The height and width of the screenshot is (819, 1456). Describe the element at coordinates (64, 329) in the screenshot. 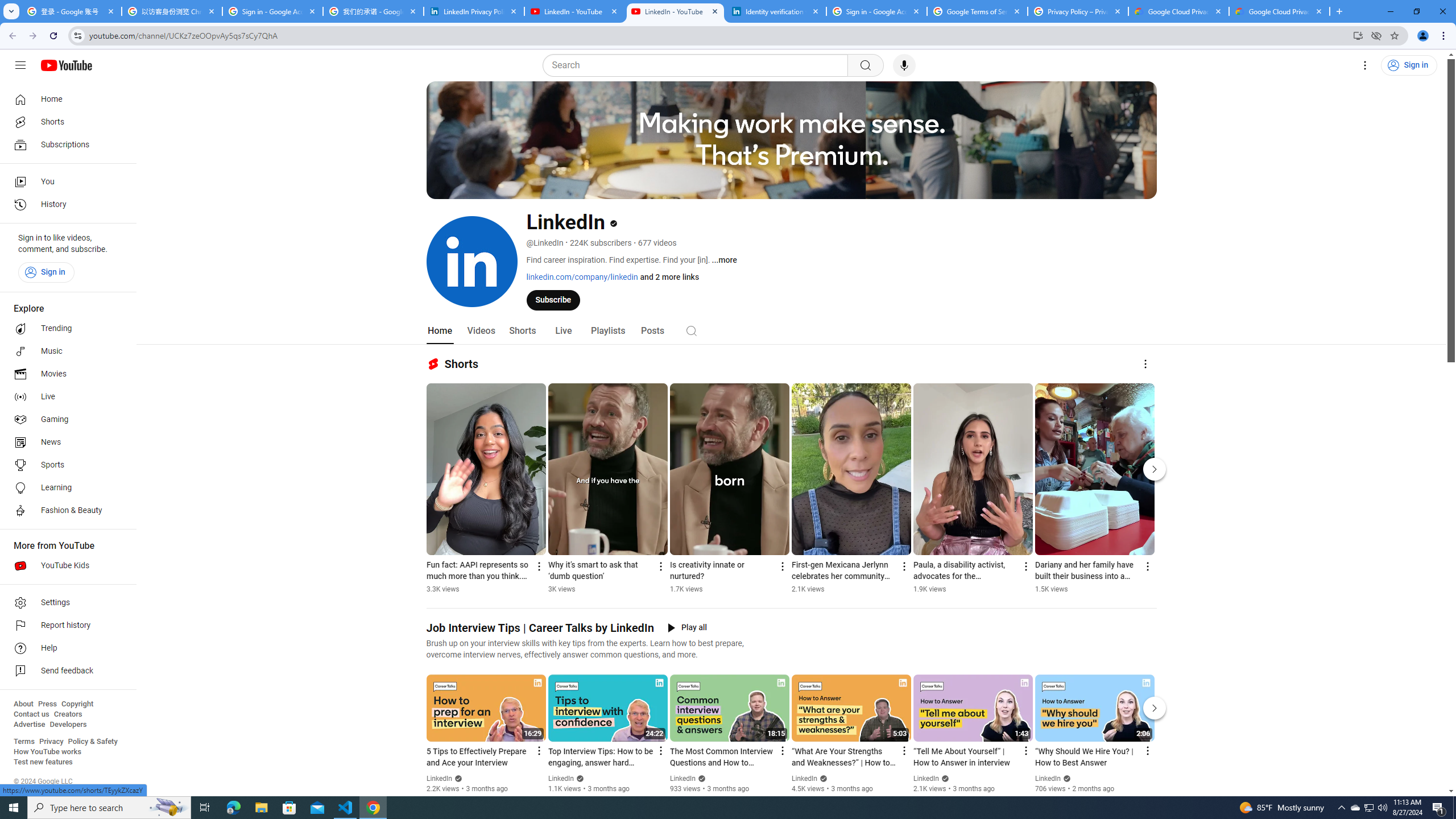

I see `'Trending'` at that location.